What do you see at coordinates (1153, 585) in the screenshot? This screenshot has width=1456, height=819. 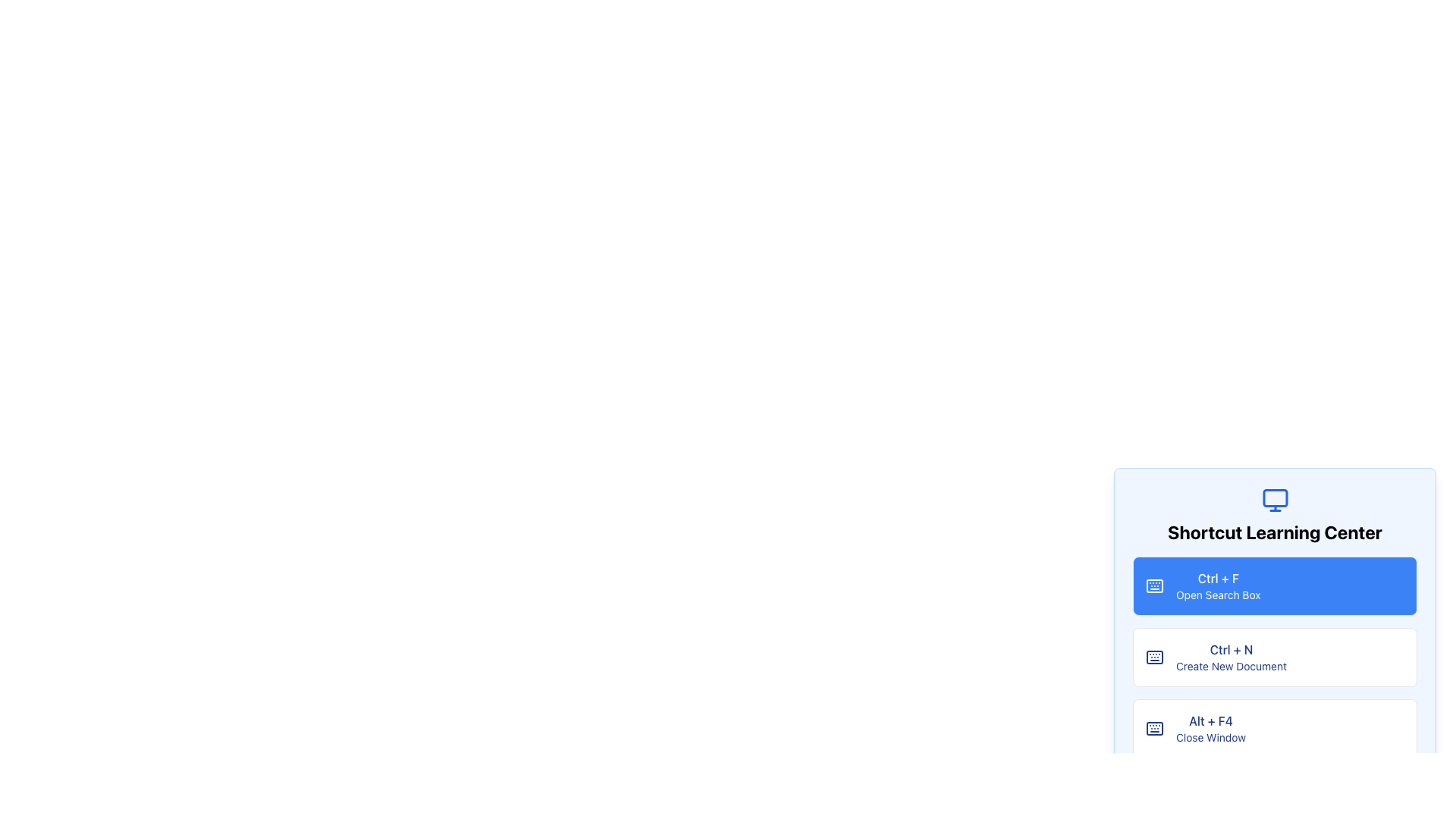 I see `the rounded rectangle element that represents part of the keyboard icon located in the top right corner of the 'Shortcut Learning Center' area` at bounding box center [1153, 585].